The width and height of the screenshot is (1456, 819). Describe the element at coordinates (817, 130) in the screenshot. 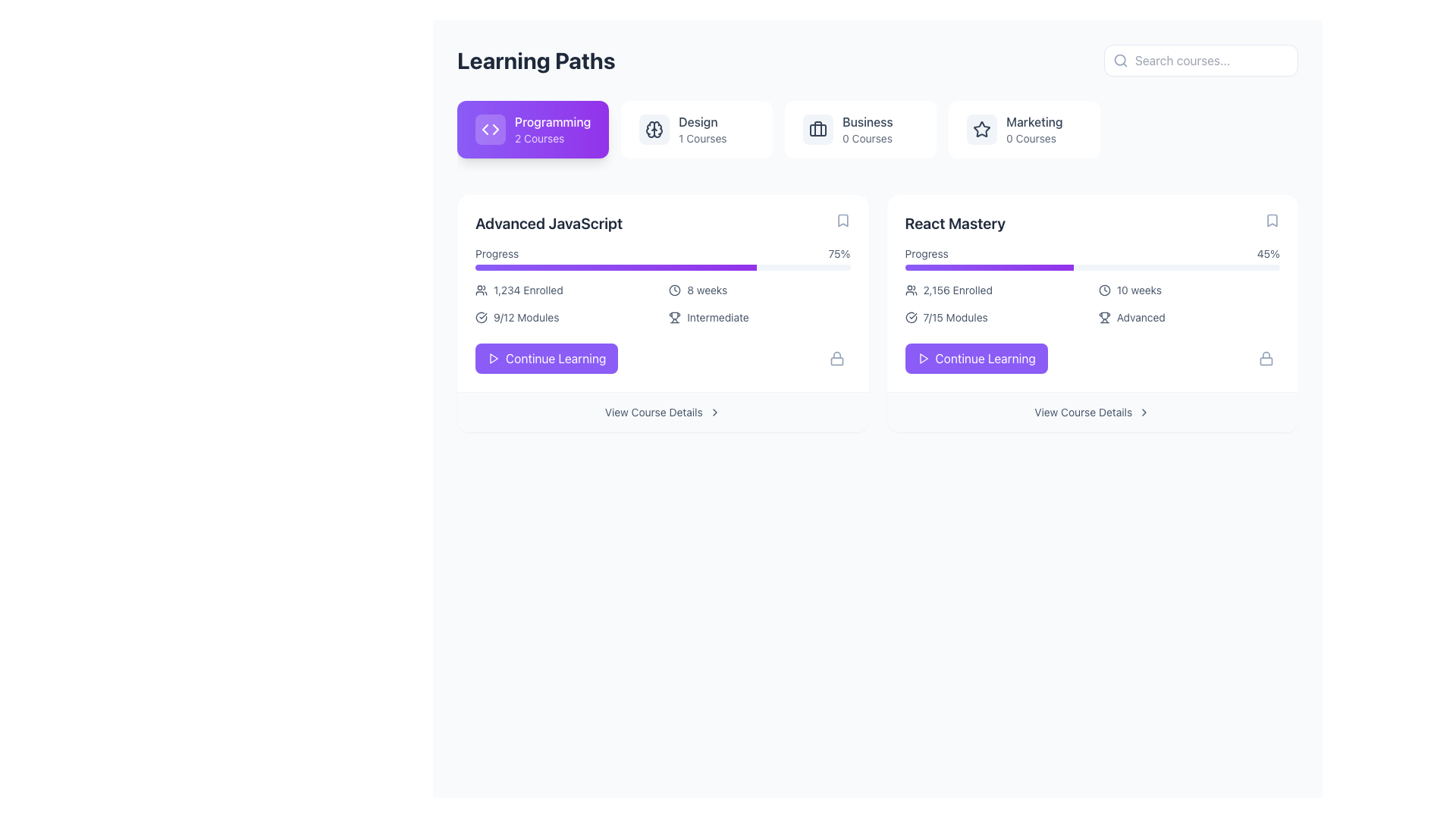

I see `the main body of the briefcase icon, which is a rectangular component with slightly rounded corners, located in the navigation area associated with the 'Business' category` at that location.